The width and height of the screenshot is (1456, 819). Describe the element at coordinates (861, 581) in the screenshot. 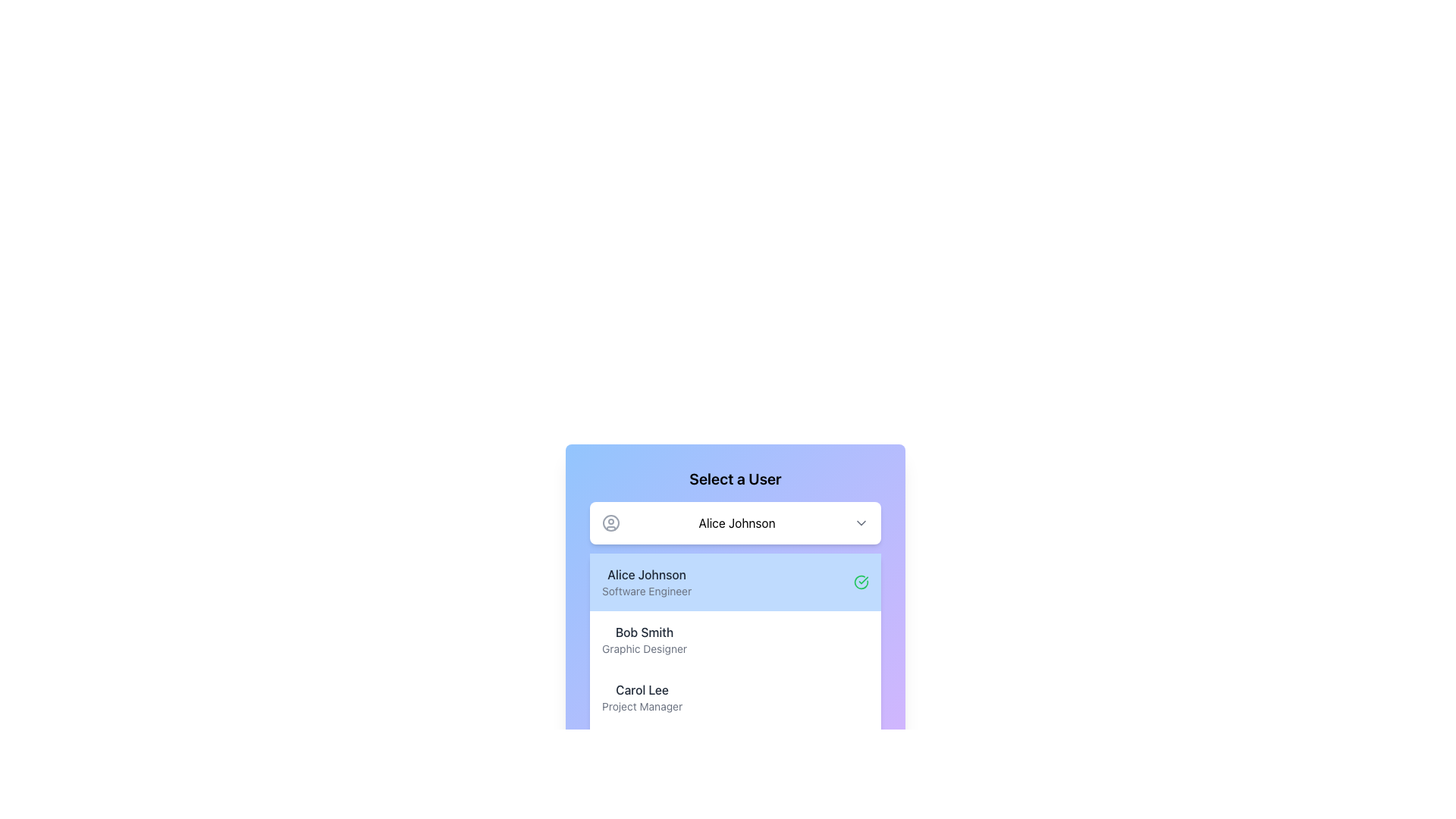

I see `the circular icon with a green stroke and checkmark symbol located in the top-right corner of the blue selection panel labeled 'Alice Johnson Software Engineer'` at that location.